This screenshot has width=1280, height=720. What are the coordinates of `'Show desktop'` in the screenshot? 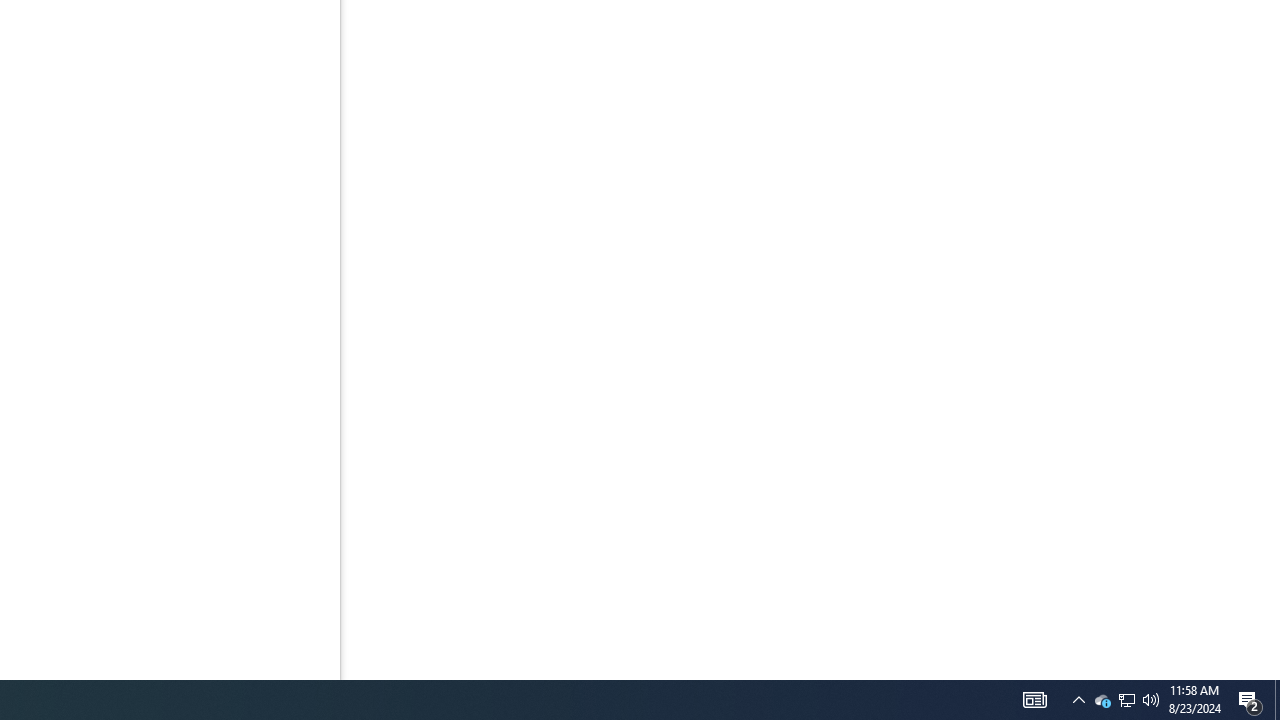 It's located at (1276, 698).